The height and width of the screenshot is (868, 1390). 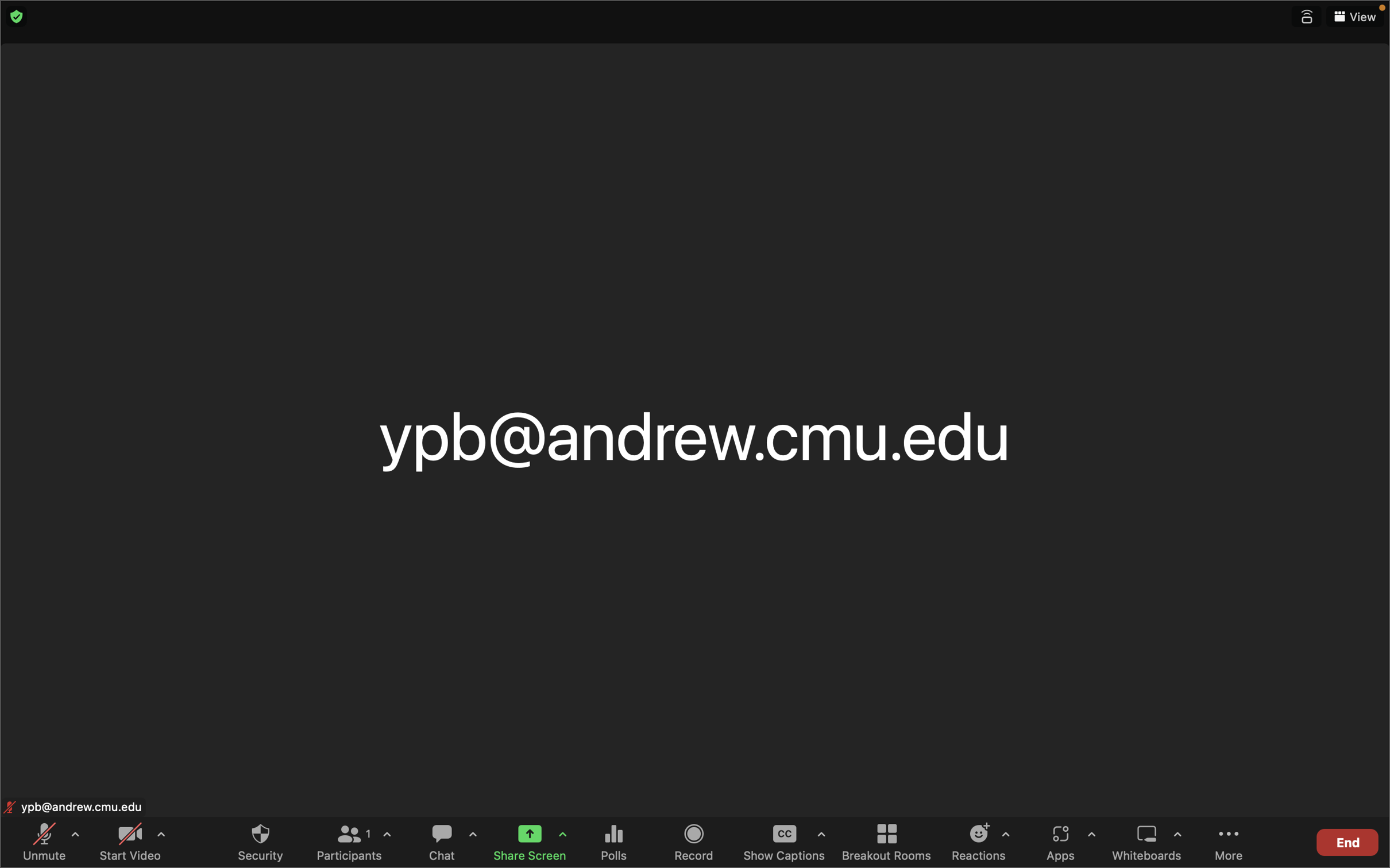 I want to click on layout settings, so click(x=1354, y=17).